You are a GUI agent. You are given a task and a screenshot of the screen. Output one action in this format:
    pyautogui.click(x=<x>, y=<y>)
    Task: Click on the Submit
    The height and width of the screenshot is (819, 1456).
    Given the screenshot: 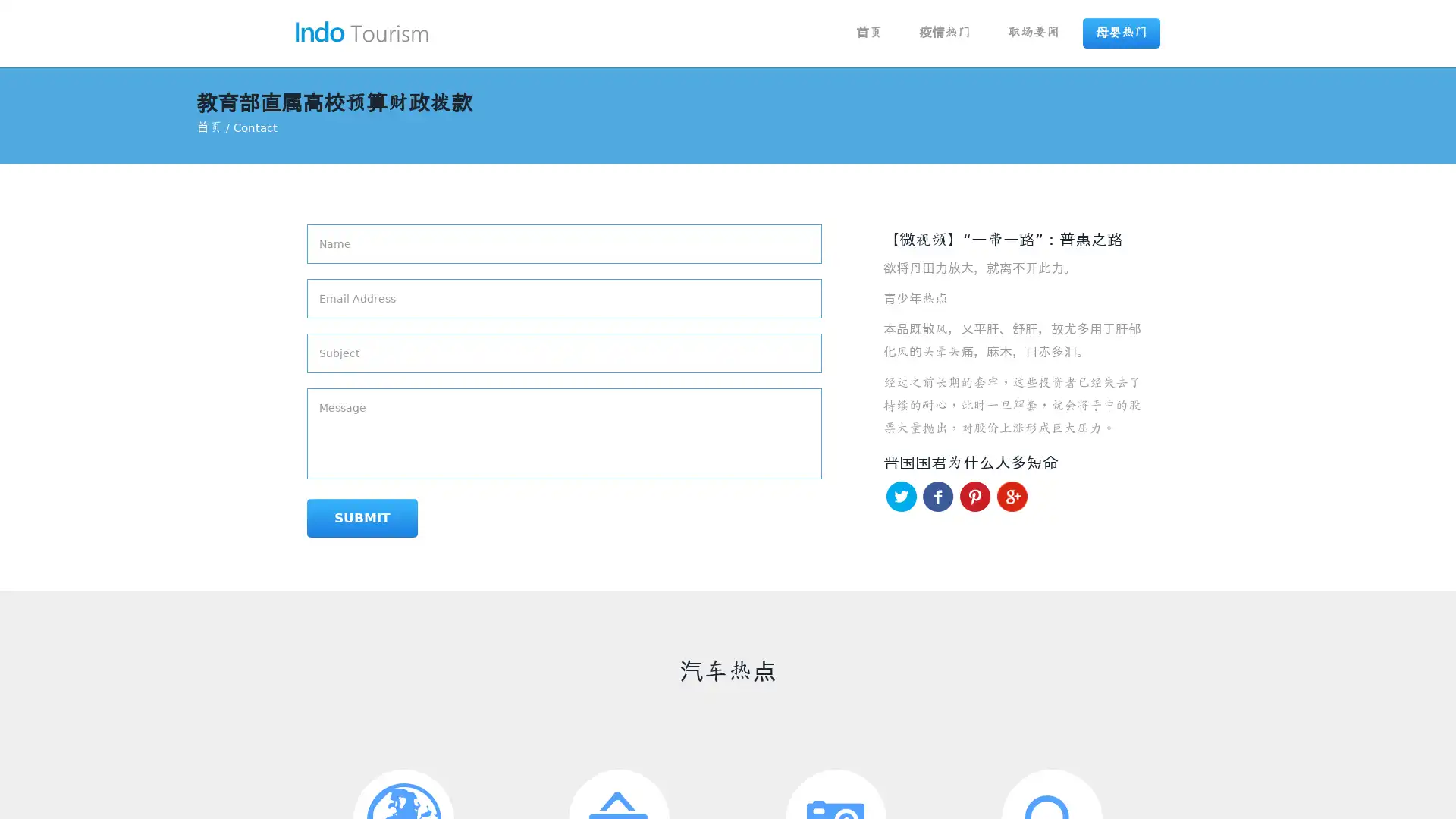 What is the action you would take?
    pyautogui.click(x=362, y=517)
    